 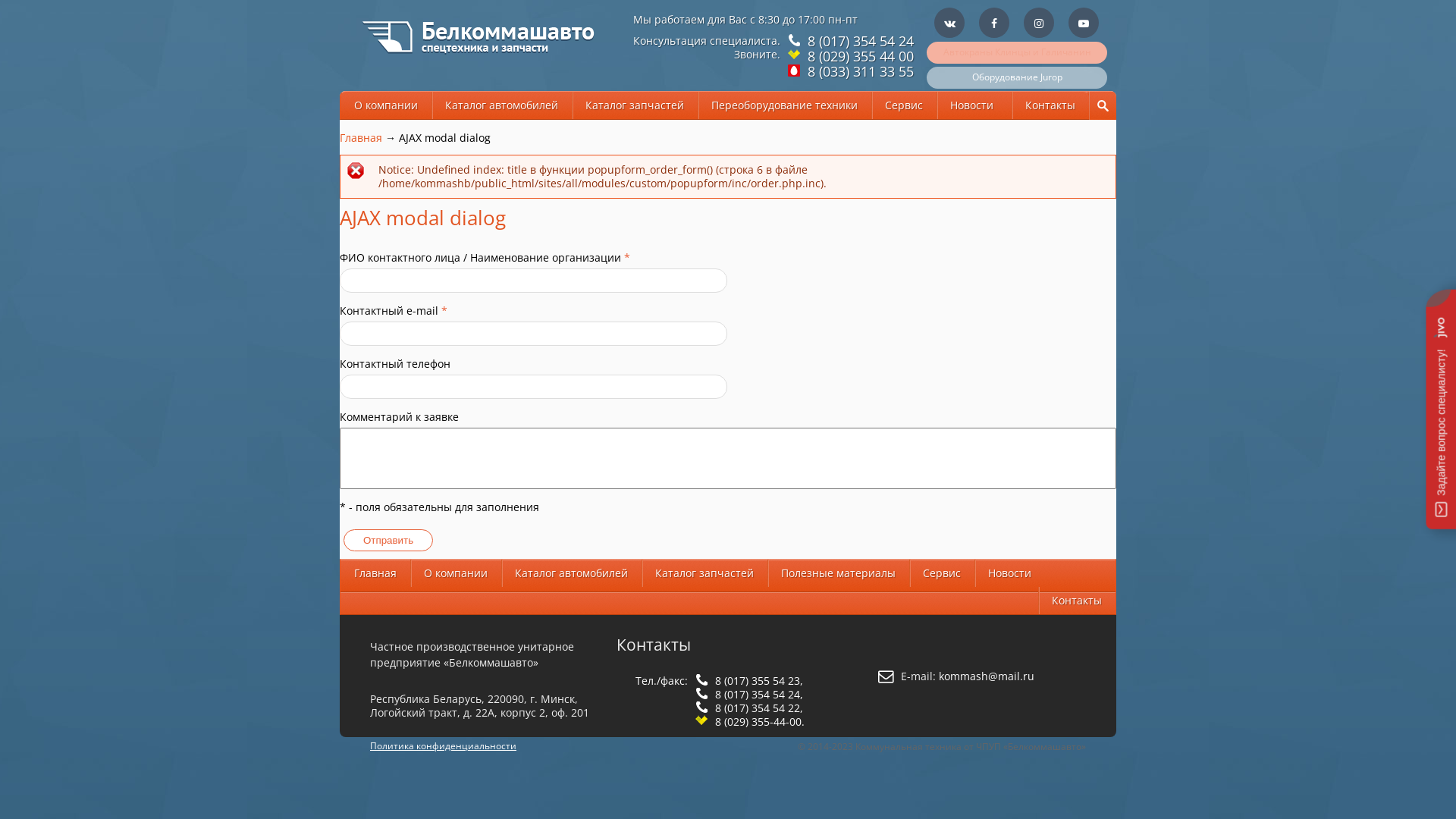 What do you see at coordinates (986, 675) in the screenshot?
I see `'kommash@mail.ru'` at bounding box center [986, 675].